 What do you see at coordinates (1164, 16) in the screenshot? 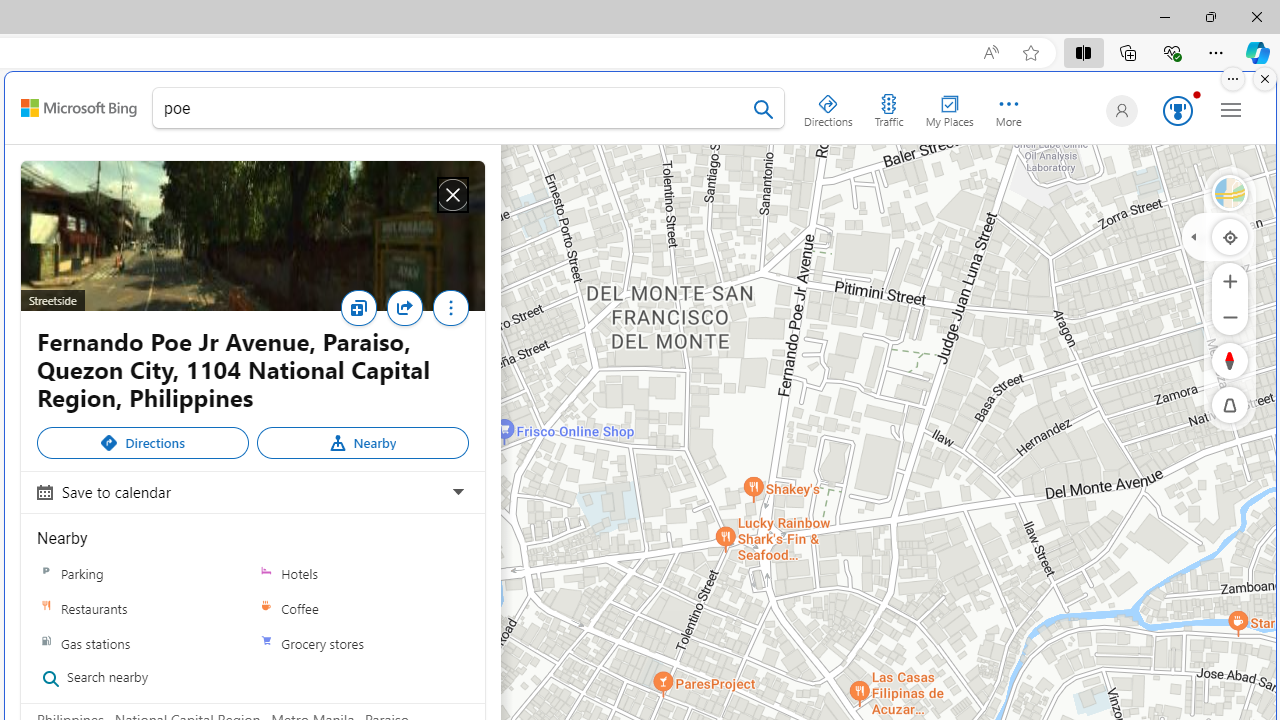
I see `'Minimize'` at bounding box center [1164, 16].